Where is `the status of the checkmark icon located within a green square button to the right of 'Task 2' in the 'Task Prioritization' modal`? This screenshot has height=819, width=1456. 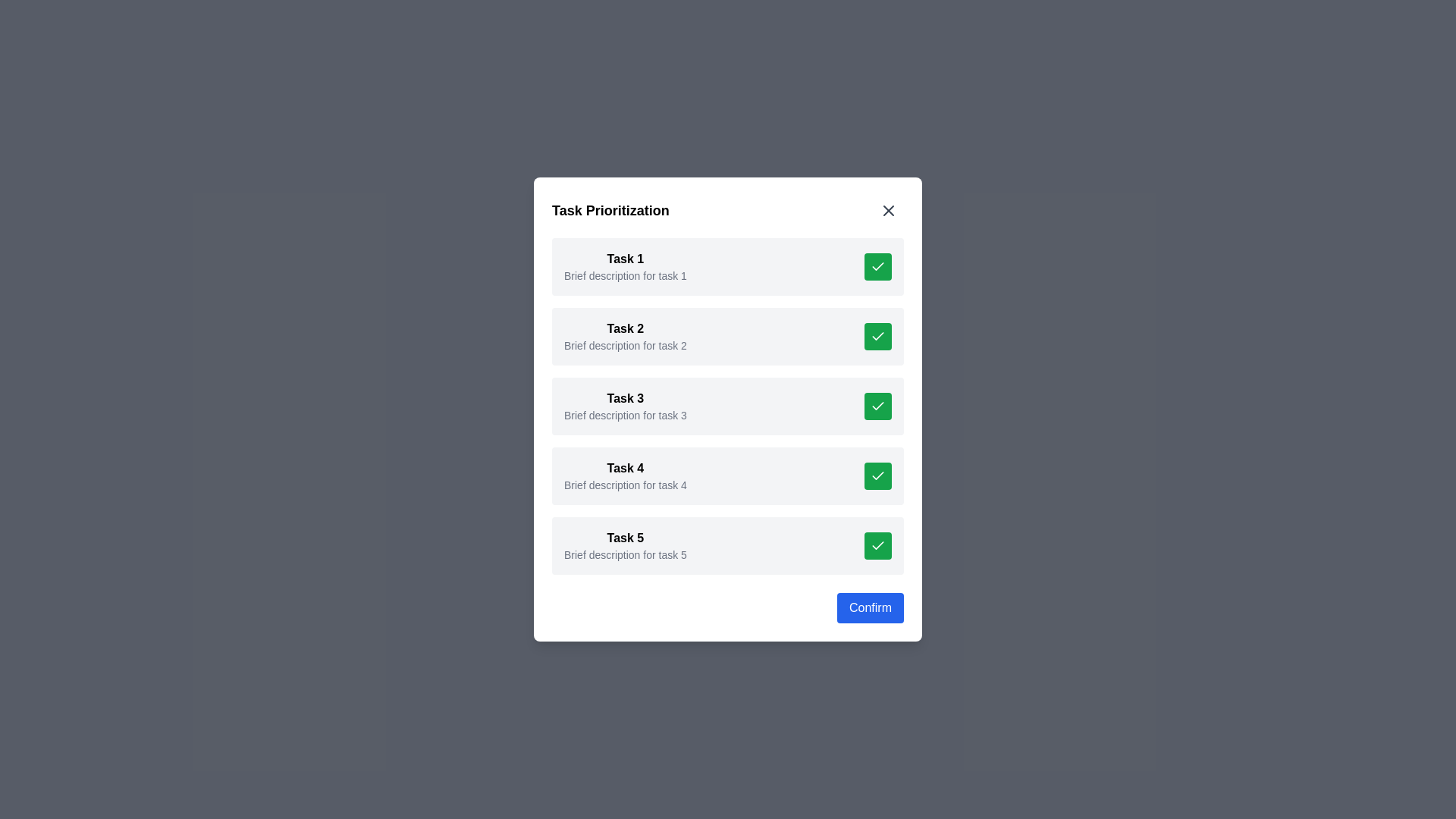
the status of the checkmark icon located within a green square button to the right of 'Task 2' in the 'Task Prioritization' modal is located at coordinates (877, 335).